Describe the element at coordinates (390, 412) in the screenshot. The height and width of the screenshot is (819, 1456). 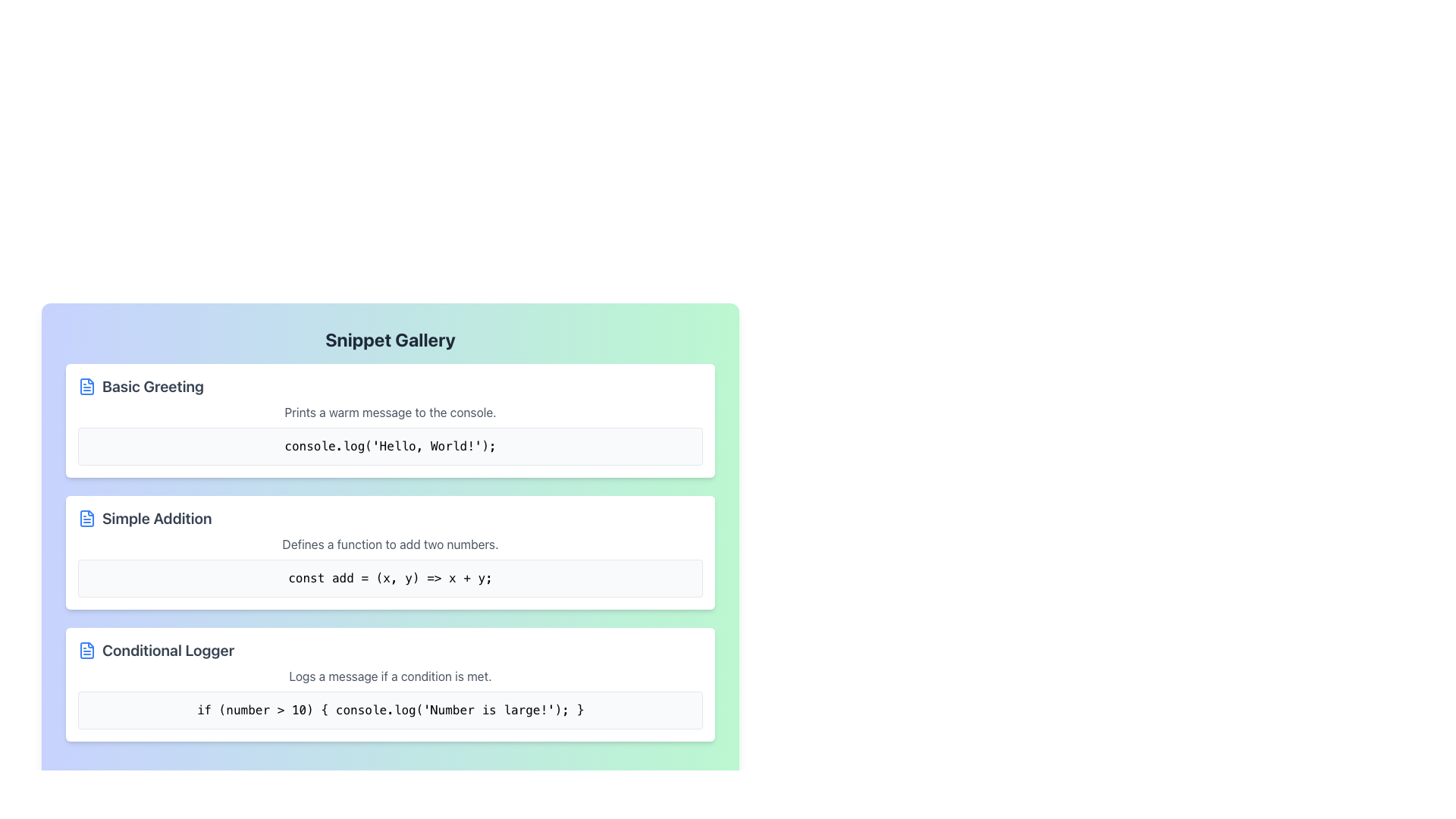
I see `text element that displays 'Prints a warm message to the console.' located within the 'Basic Greeting' card layout` at that location.